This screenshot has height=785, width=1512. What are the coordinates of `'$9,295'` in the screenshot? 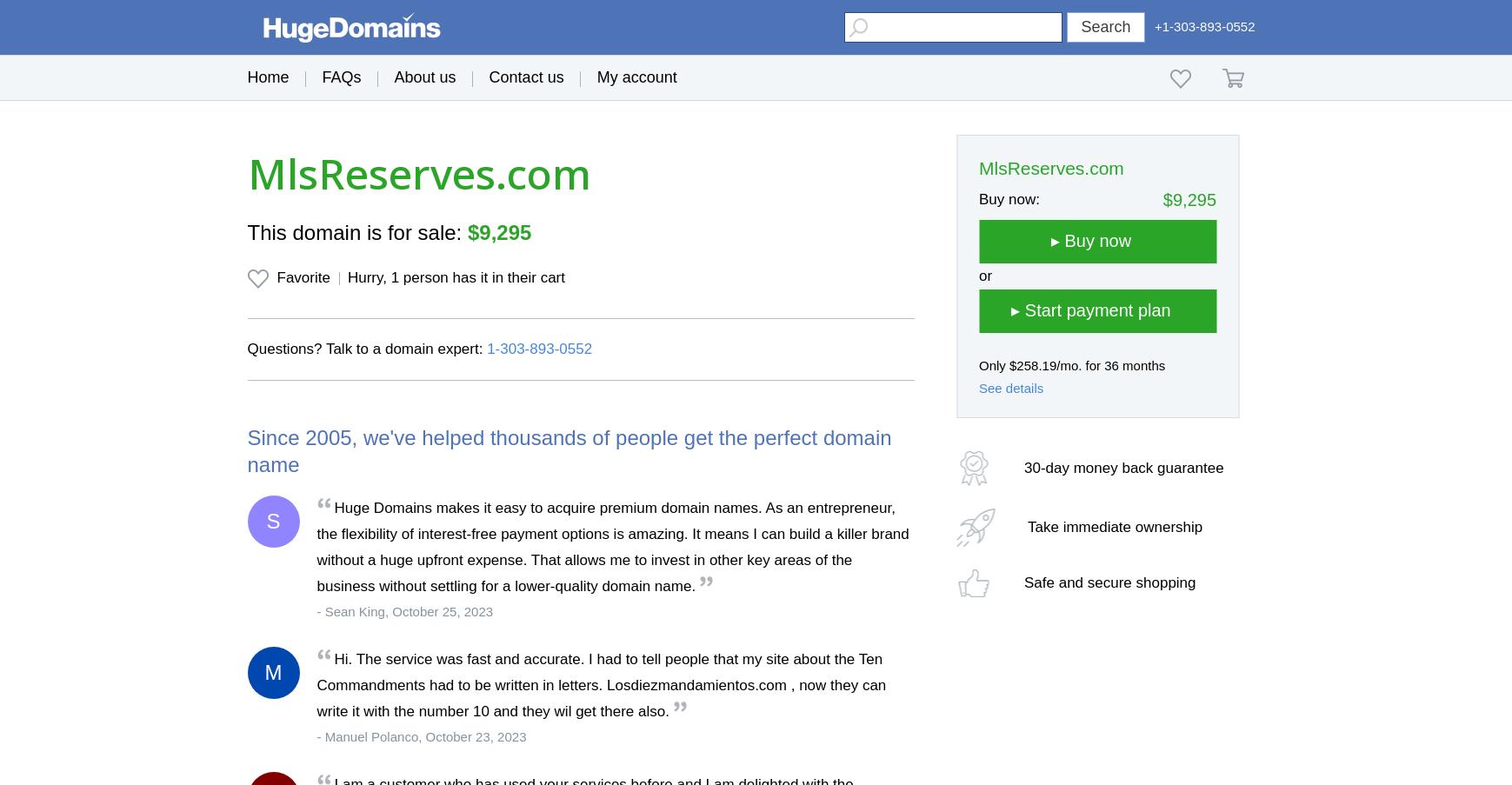 It's located at (499, 231).